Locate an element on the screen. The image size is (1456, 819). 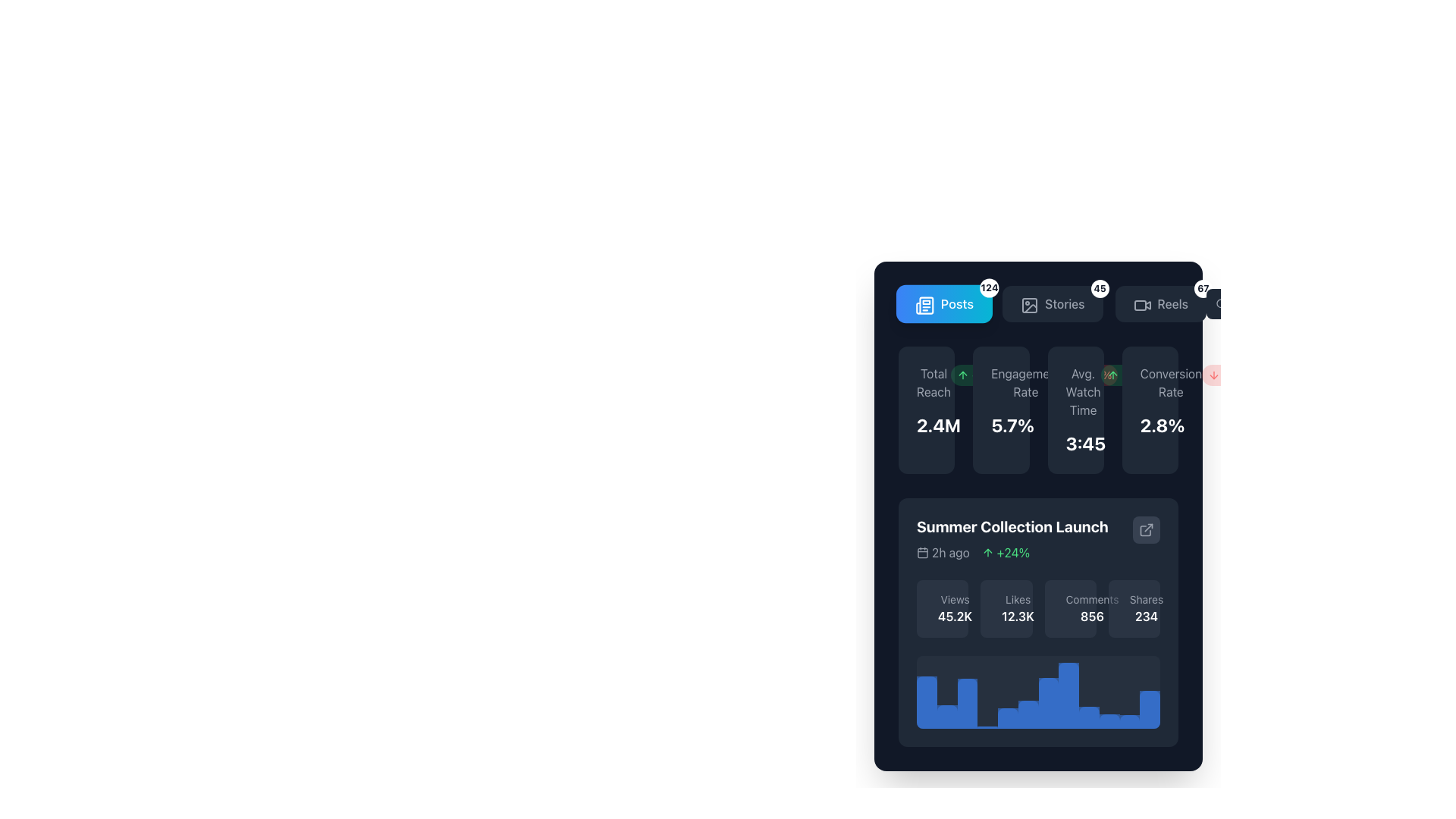
the 'Stories' text label located centrally within a rounded rectangular button in the navigation bar is located at coordinates (1064, 304).